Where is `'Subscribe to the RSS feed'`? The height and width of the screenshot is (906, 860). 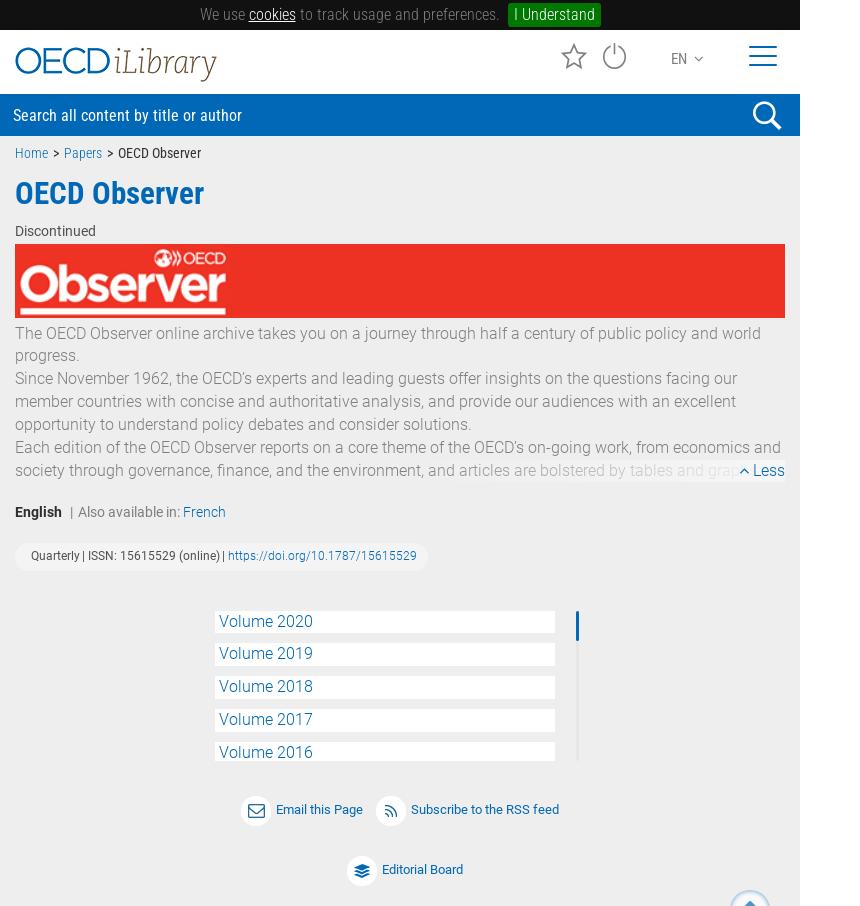
'Subscribe to the RSS feed' is located at coordinates (484, 809).